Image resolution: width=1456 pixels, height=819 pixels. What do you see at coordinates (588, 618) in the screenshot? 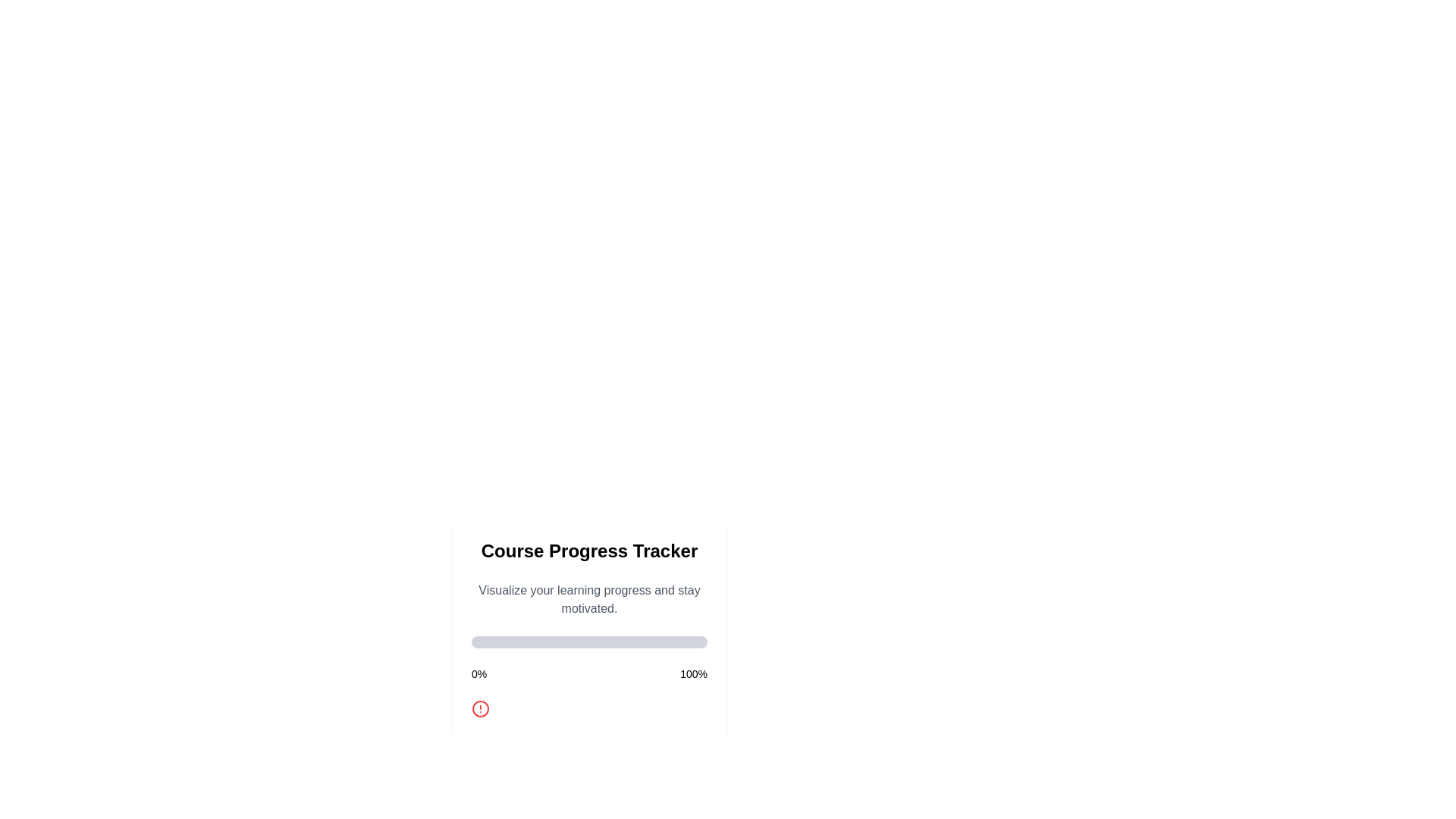
I see `the Dialog Box that displays information about course progress, located above the 'Progress' button and below the 'Course Progress Tracker' heading` at bounding box center [588, 618].